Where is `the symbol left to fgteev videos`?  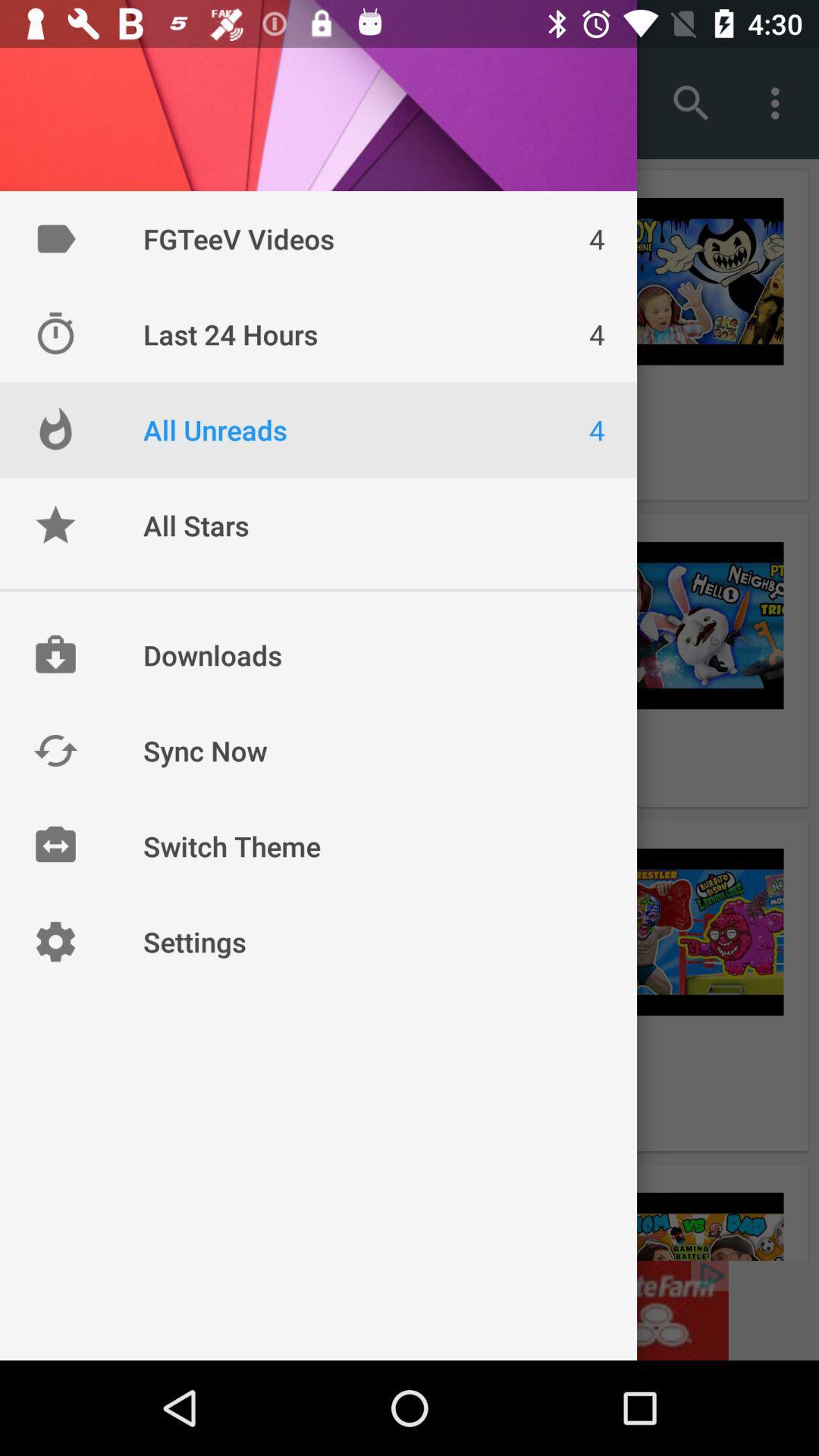 the symbol left to fgteev videos is located at coordinates (55, 238).